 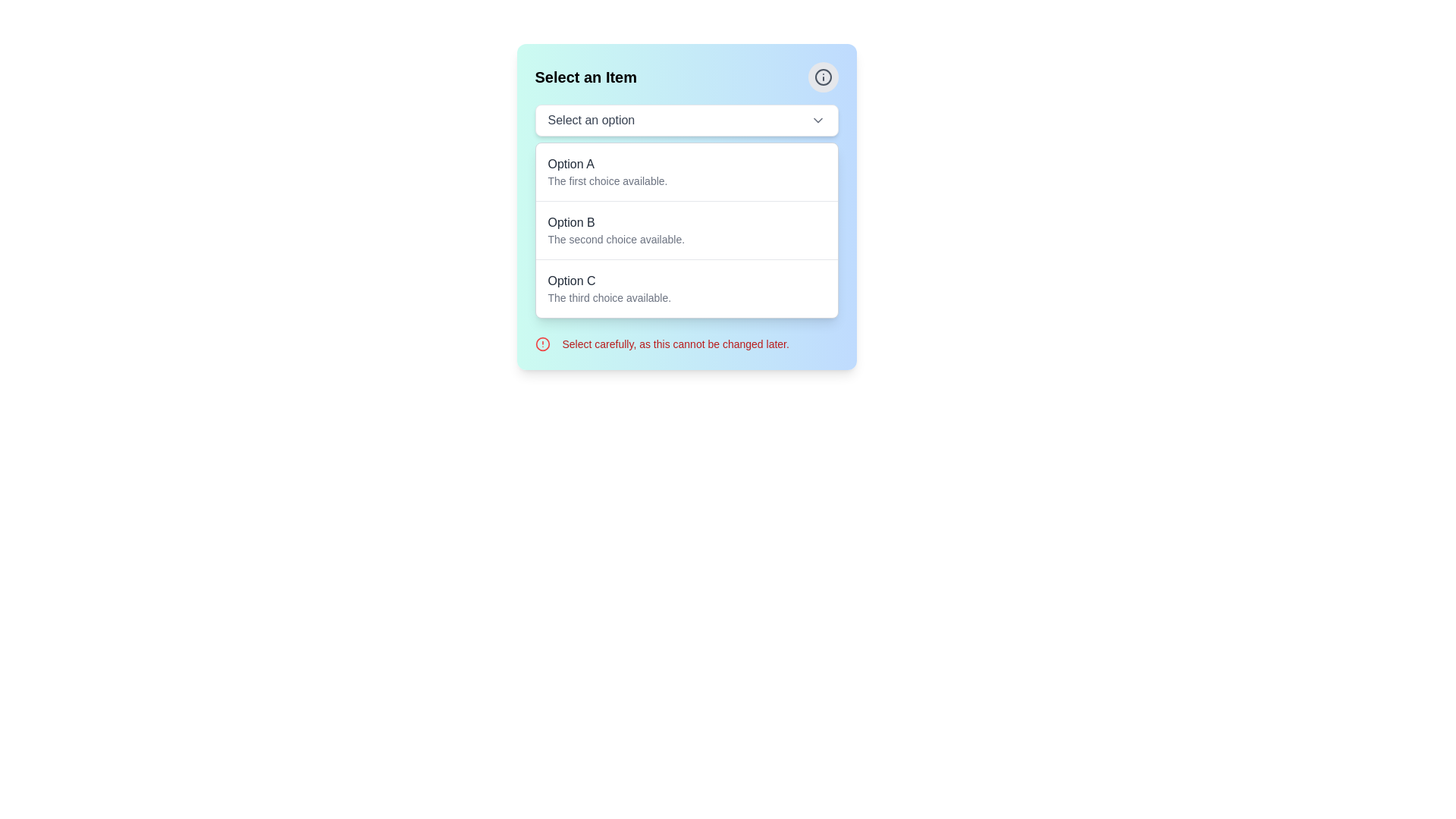 I want to click on the Text label that serves as the title for the first option in the drop-down list, which helps users identify the choice, so click(x=570, y=164).